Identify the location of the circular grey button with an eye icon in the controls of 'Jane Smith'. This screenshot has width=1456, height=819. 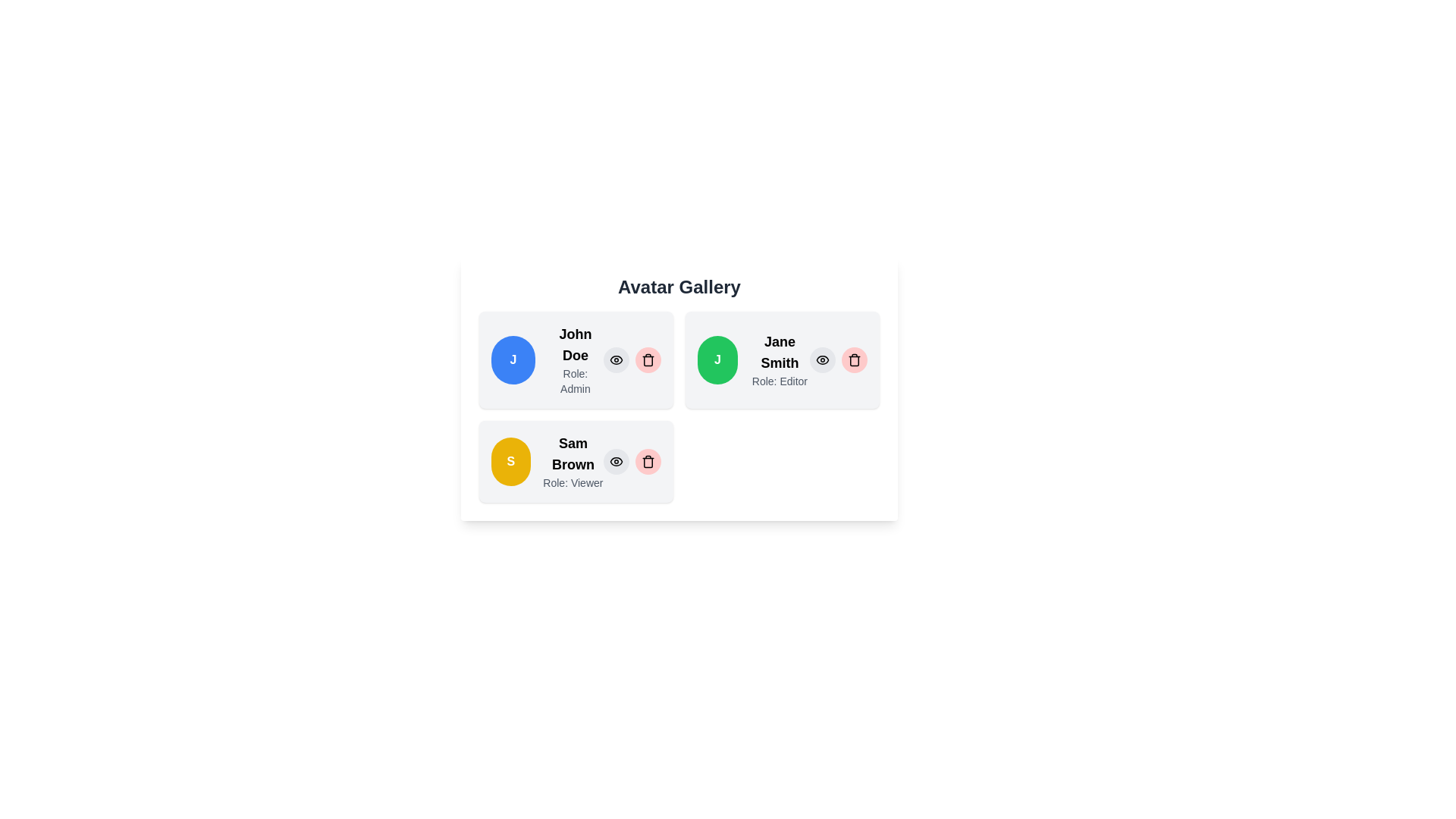
(821, 359).